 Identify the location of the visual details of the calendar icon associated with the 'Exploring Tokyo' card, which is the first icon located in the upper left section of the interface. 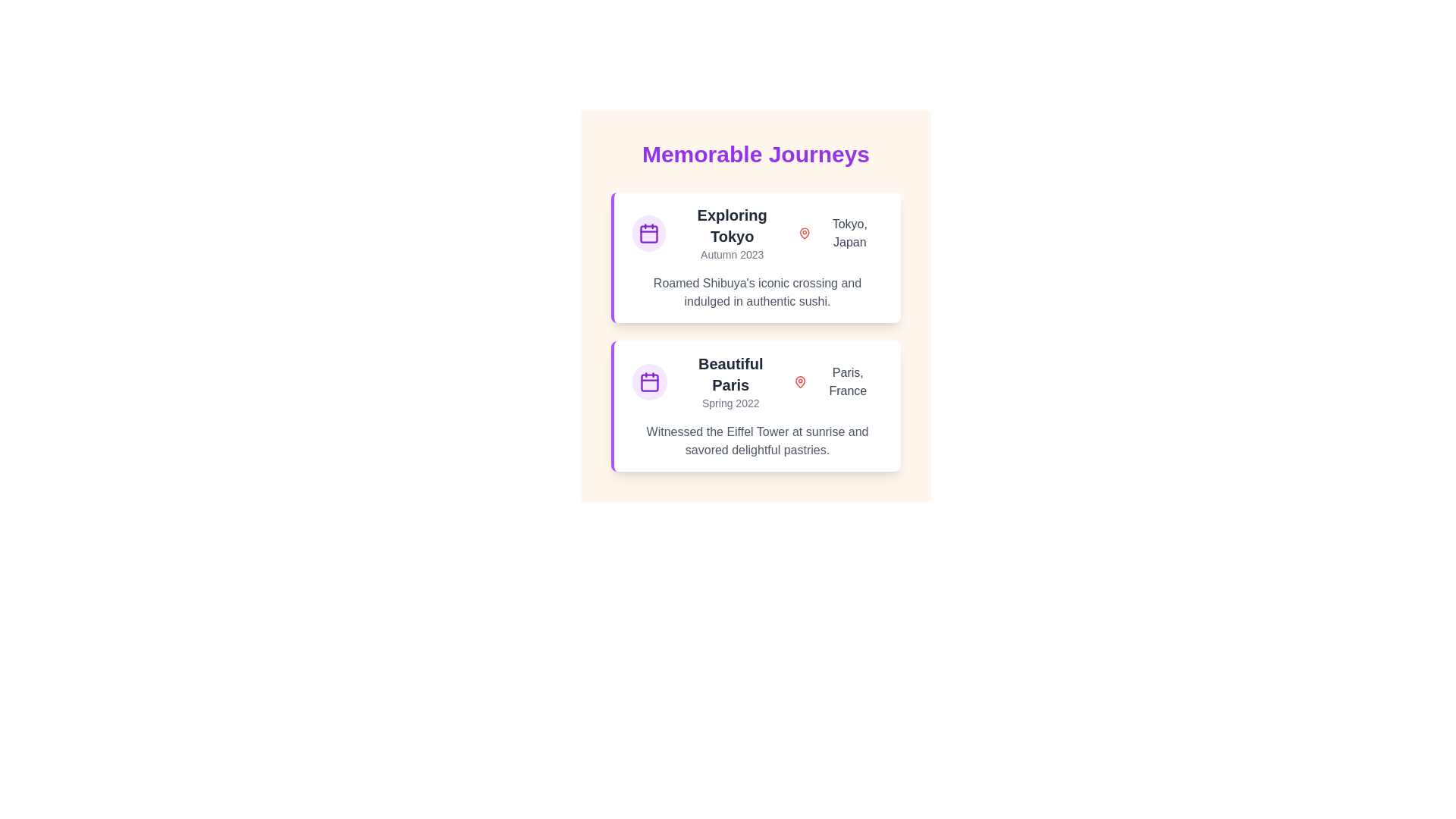
(649, 234).